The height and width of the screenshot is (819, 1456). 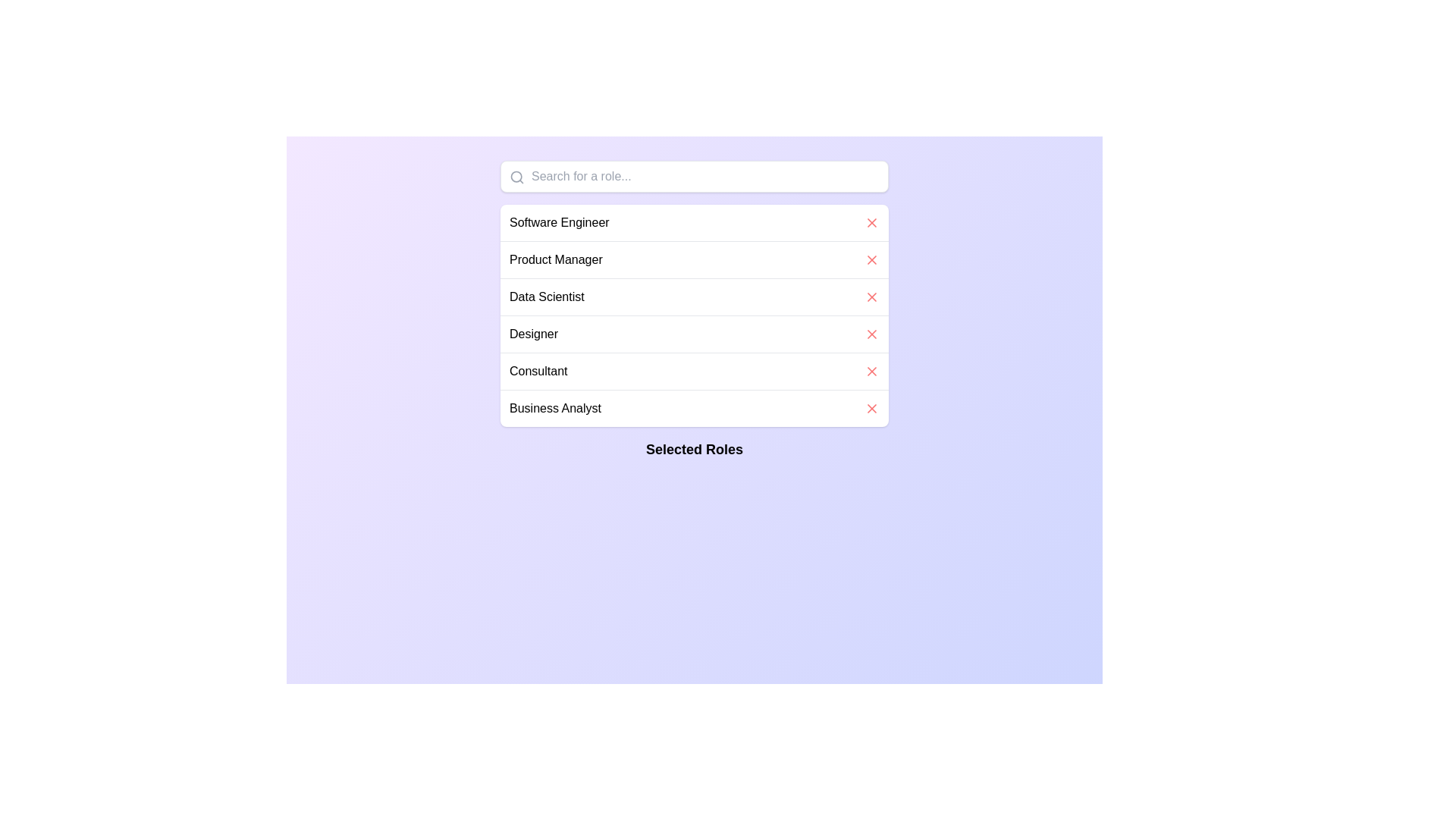 What do you see at coordinates (872, 297) in the screenshot?
I see `the delete button represented by the 'X' icon located to the far right of the 'Data Scientist' row in the list, which is the fourth row down` at bounding box center [872, 297].